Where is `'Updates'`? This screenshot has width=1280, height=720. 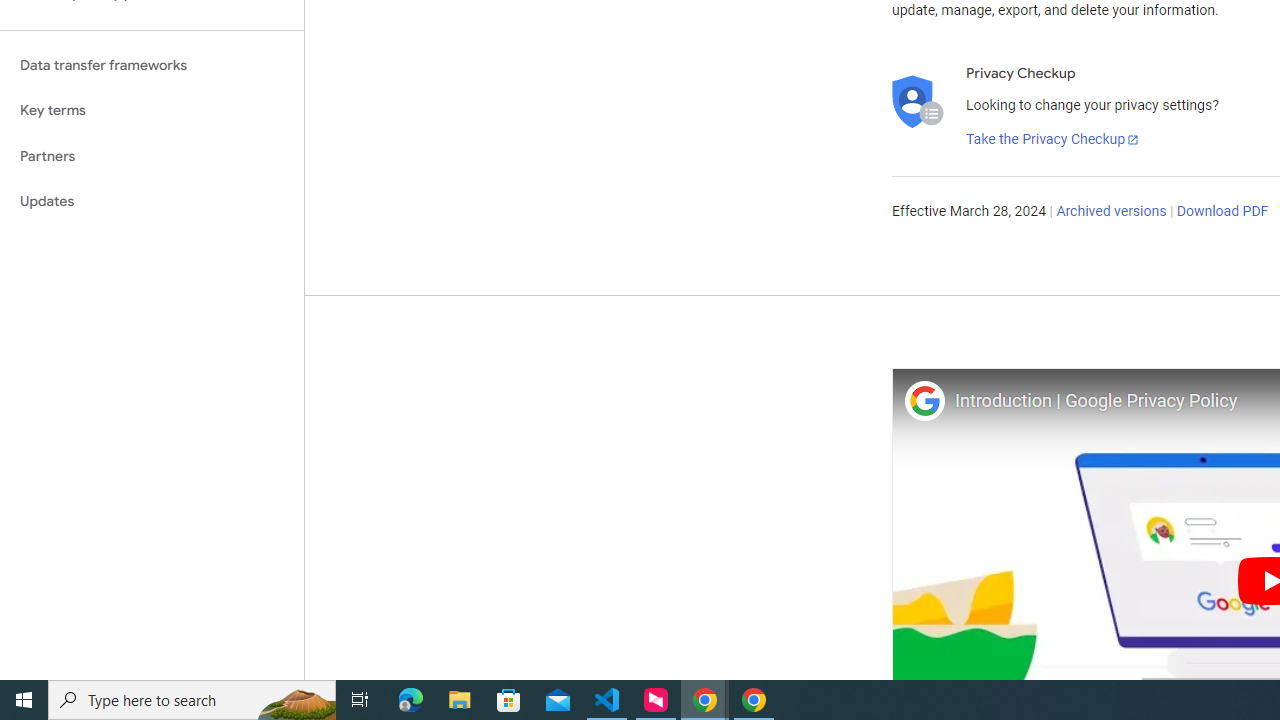
'Updates' is located at coordinates (151, 201).